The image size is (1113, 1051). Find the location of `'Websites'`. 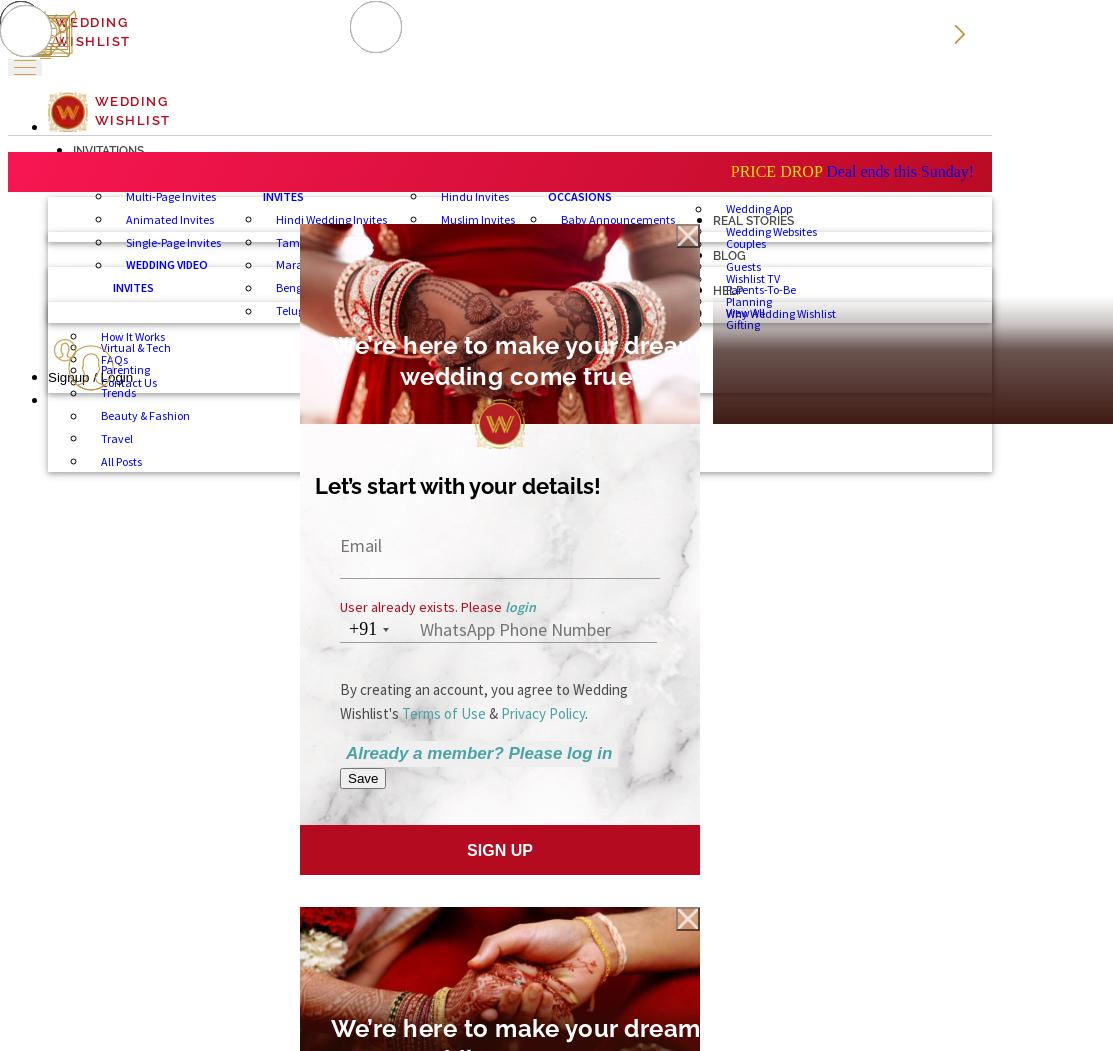

'Websites' is located at coordinates (741, 184).